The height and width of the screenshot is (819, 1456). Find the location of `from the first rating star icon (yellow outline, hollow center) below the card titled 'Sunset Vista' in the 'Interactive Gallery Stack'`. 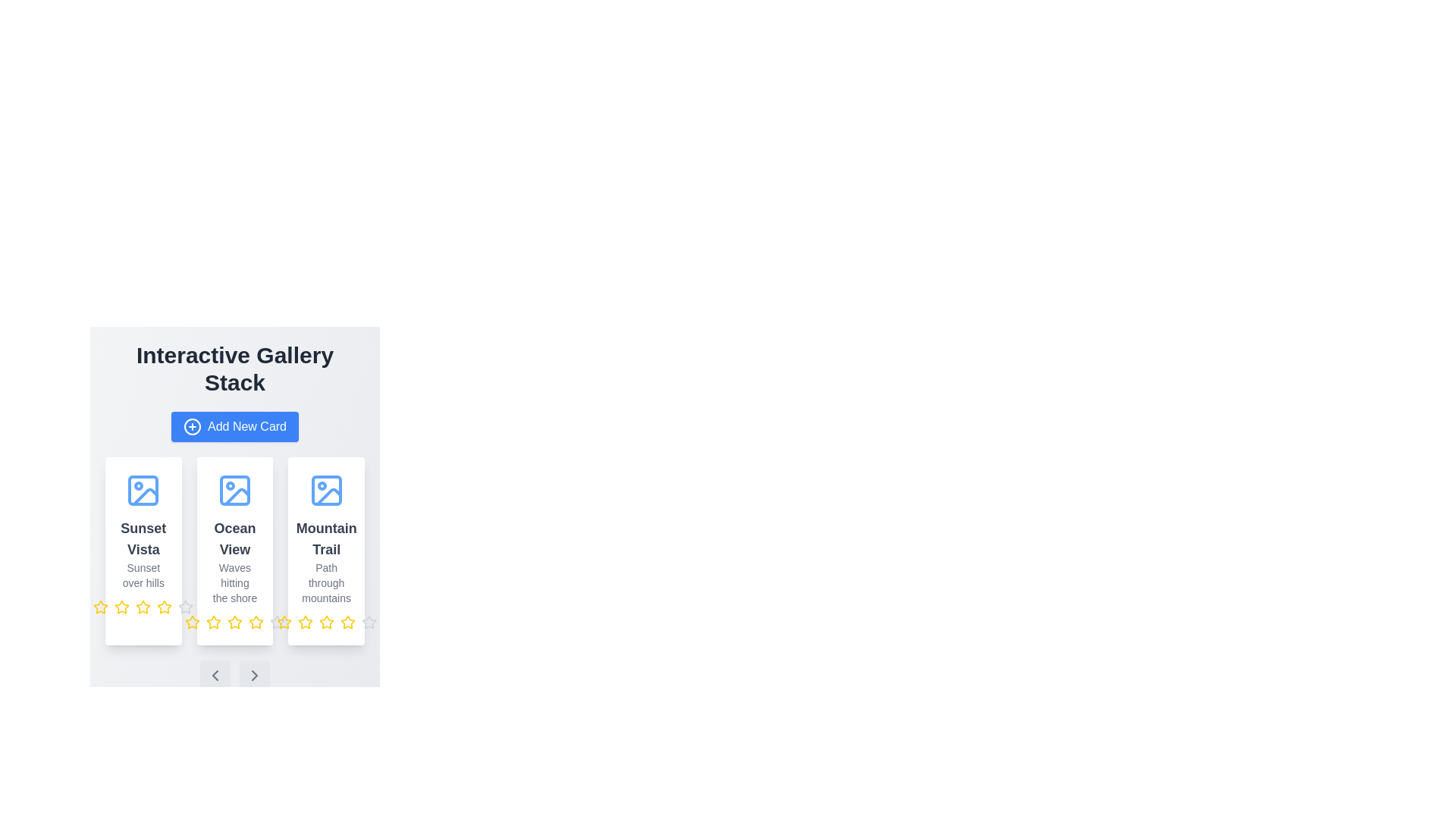

from the first rating star icon (yellow outline, hollow center) below the card titled 'Sunset Vista' in the 'Interactive Gallery Stack' is located at coordinates (100, 606).